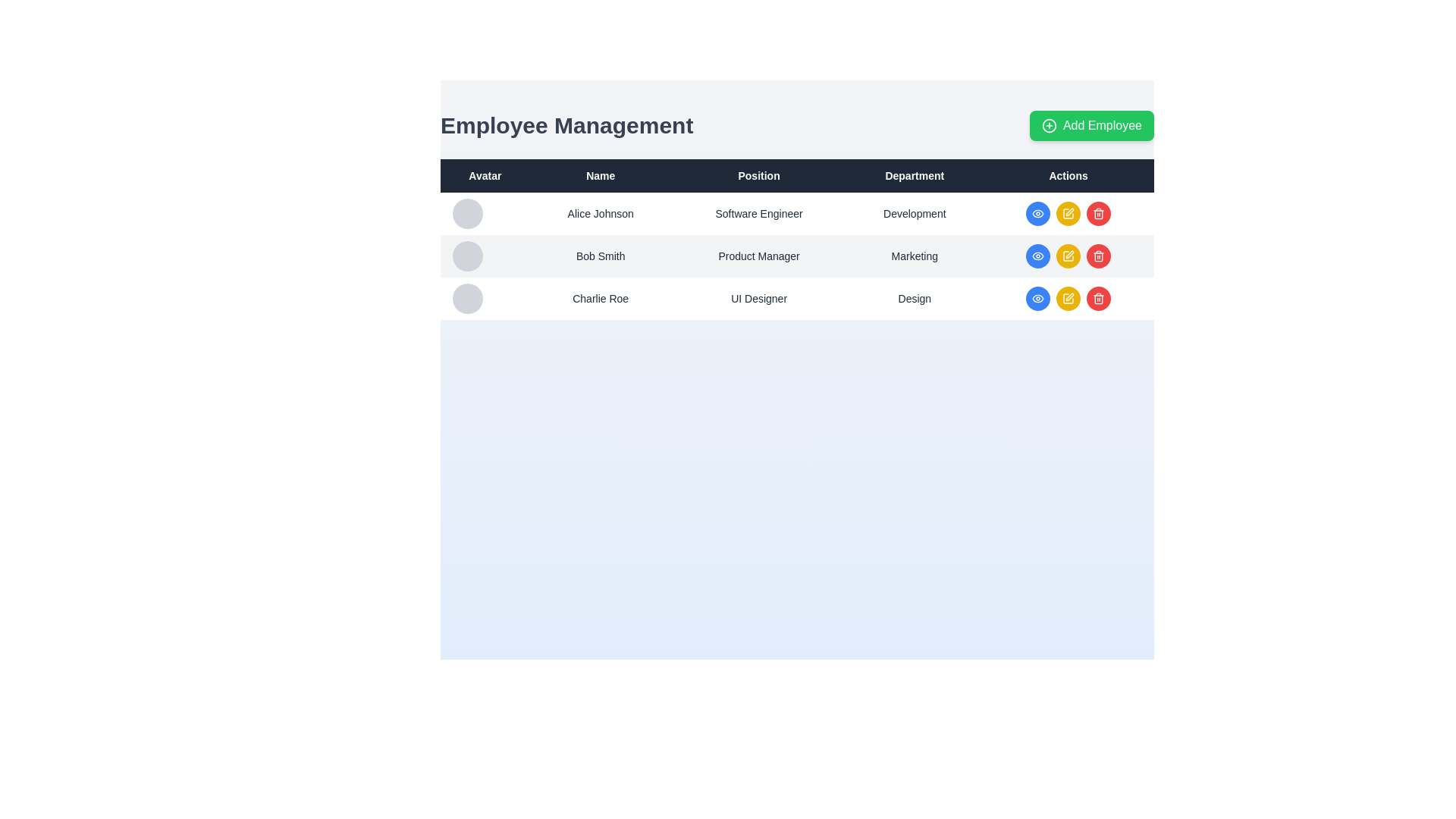 The width and height of the screenshot is (1456, 819). What do you see at coordinates (1037, 256) in the screenshot?
I see `the eye icon button located in the 'Actions' column of the second row of the table` at bounding box center [1037, 256].